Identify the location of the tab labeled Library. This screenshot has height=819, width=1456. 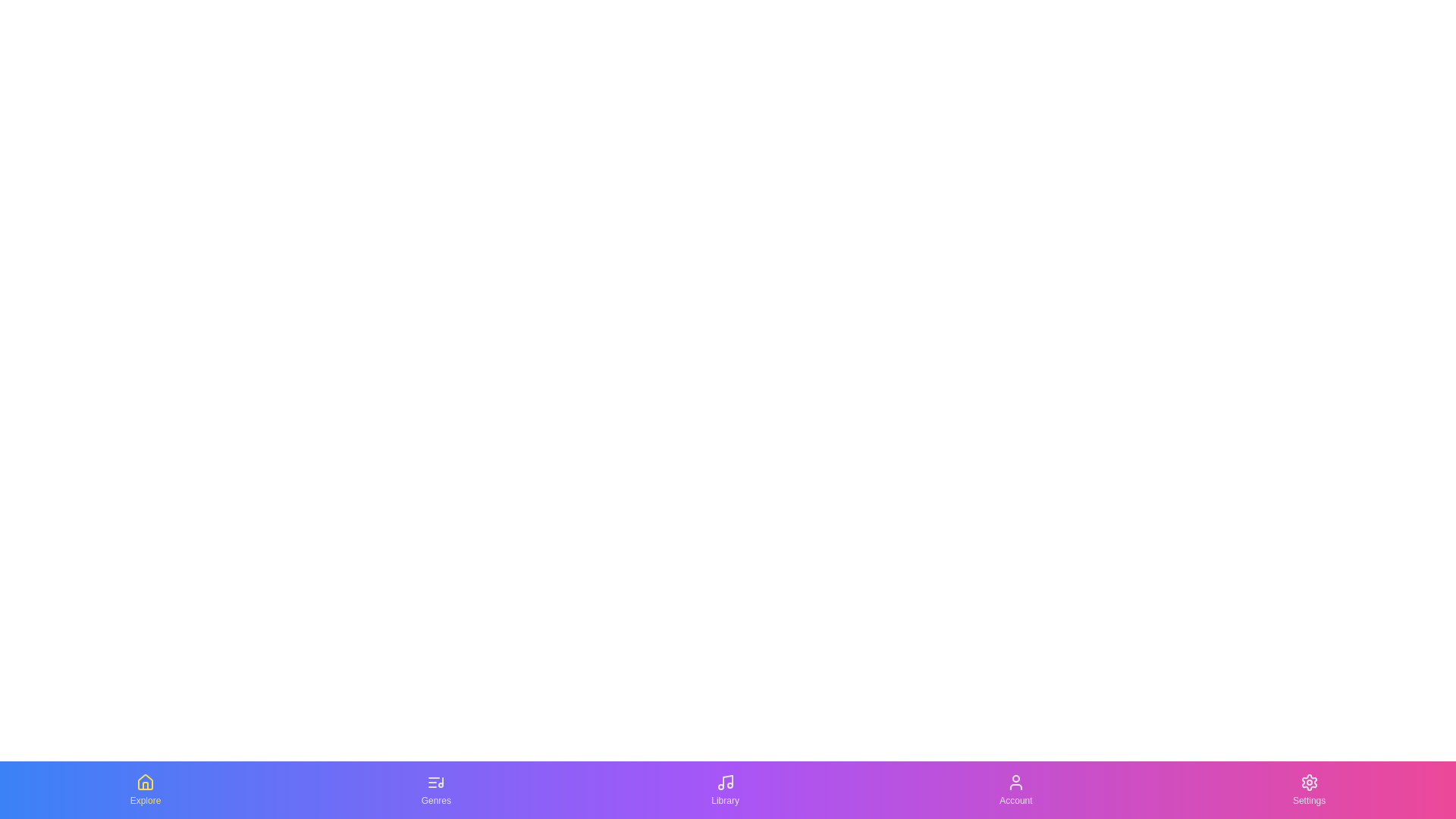
(723, 789).